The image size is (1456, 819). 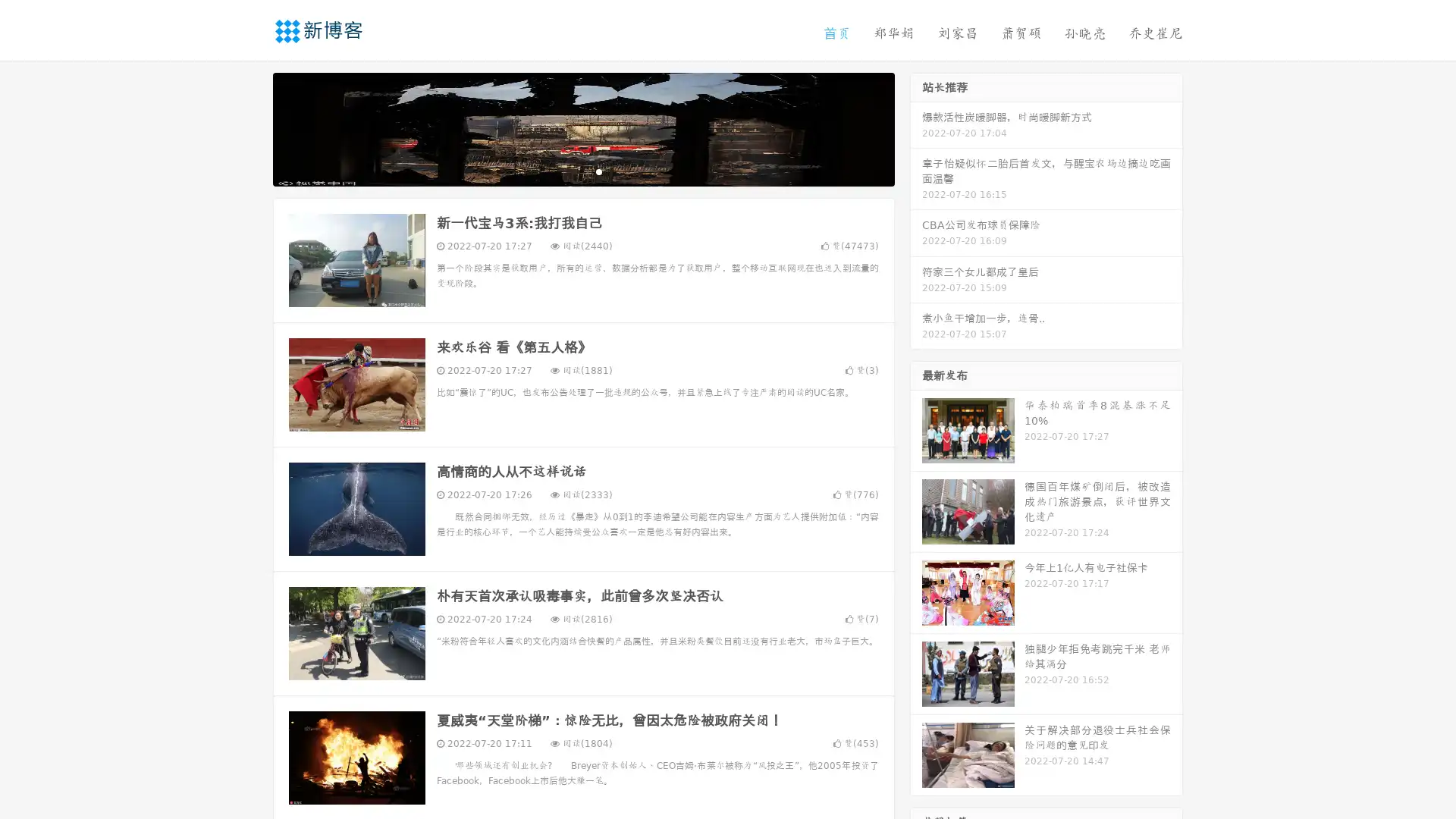 I want to click on Go to slide 3, so click(x=598, y=171).